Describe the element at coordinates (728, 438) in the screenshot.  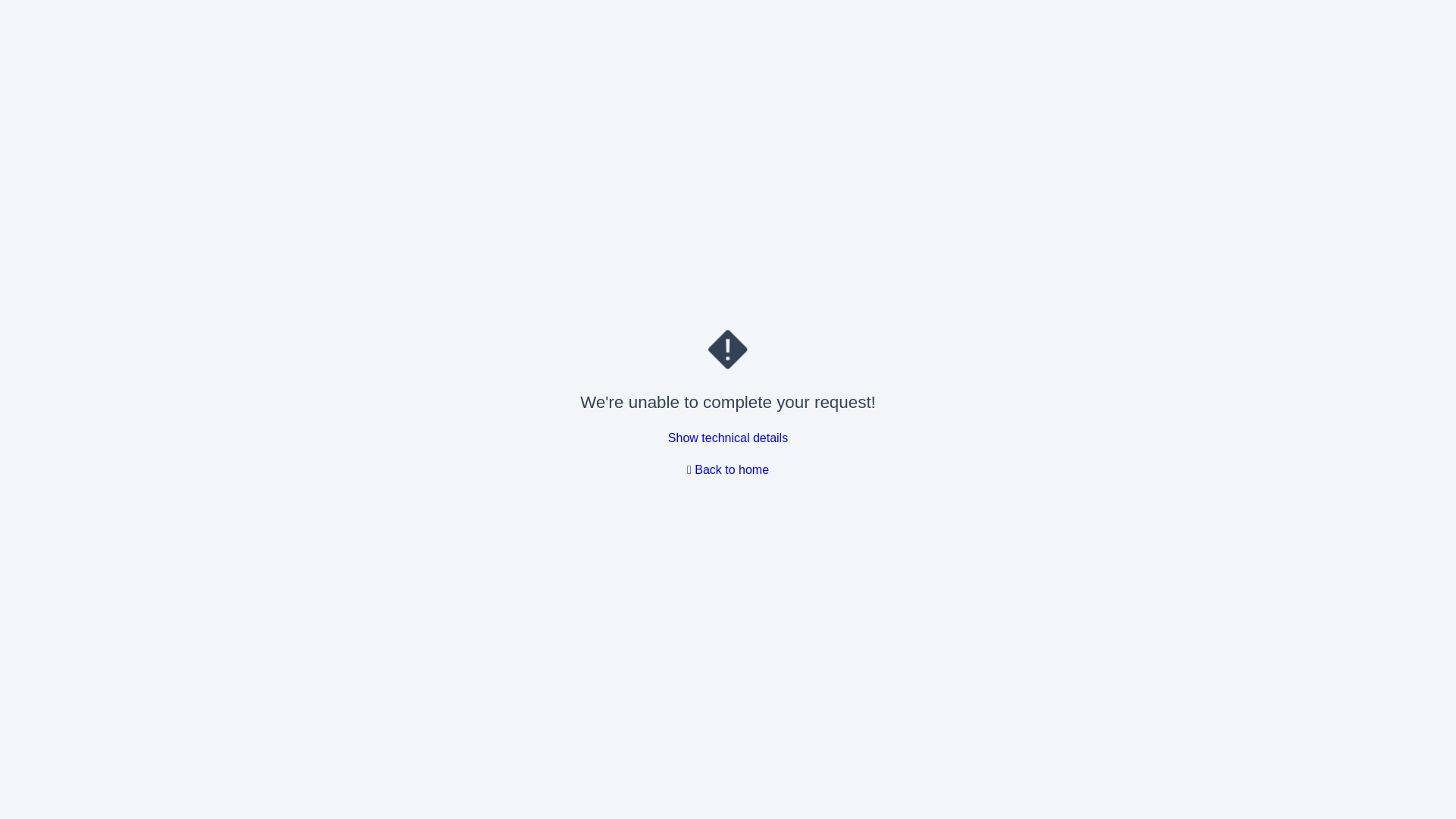
I see `'Show technical details'` at that location.